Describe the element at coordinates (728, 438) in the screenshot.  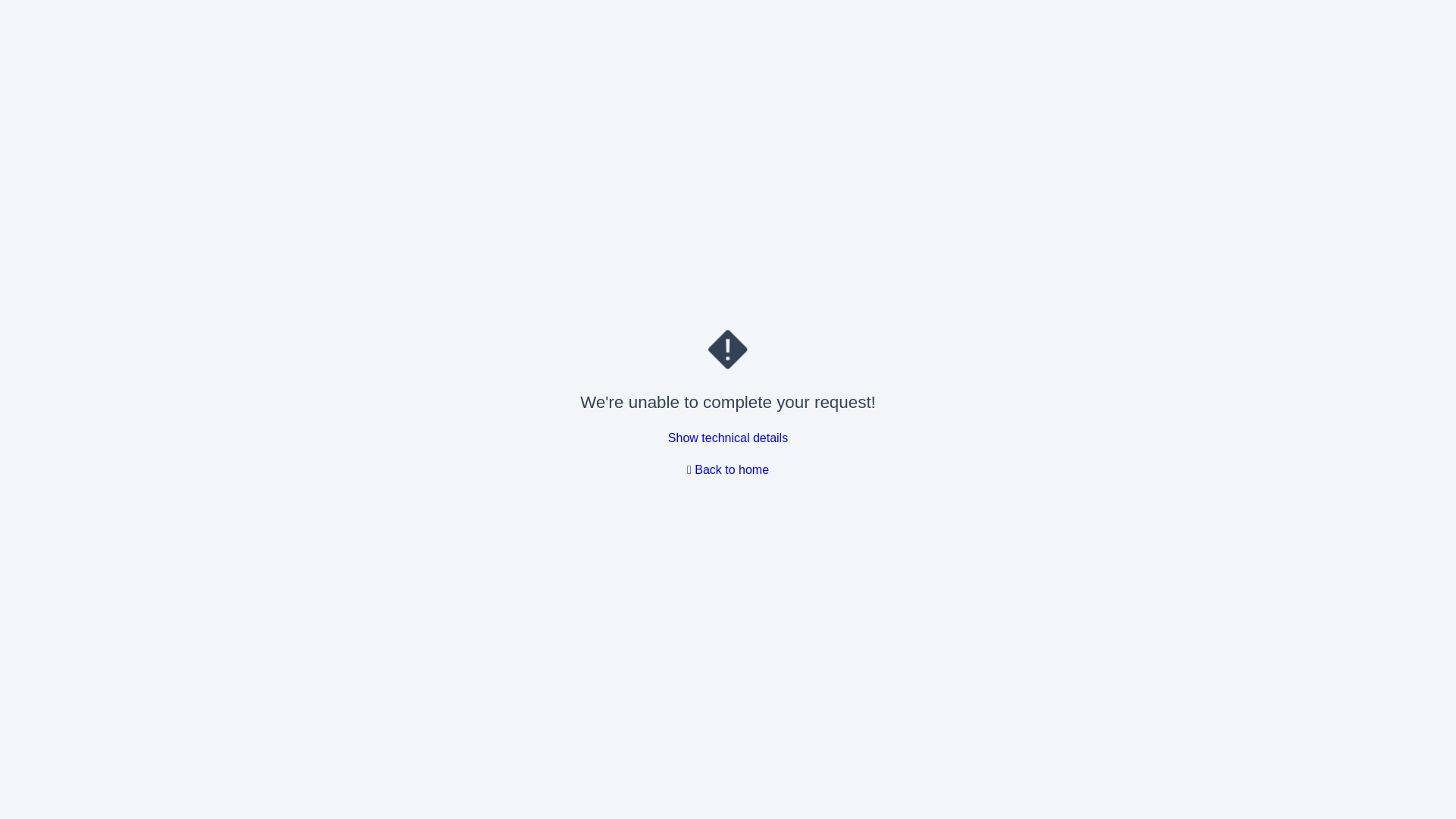
I see `'Show technical details'` at that location.